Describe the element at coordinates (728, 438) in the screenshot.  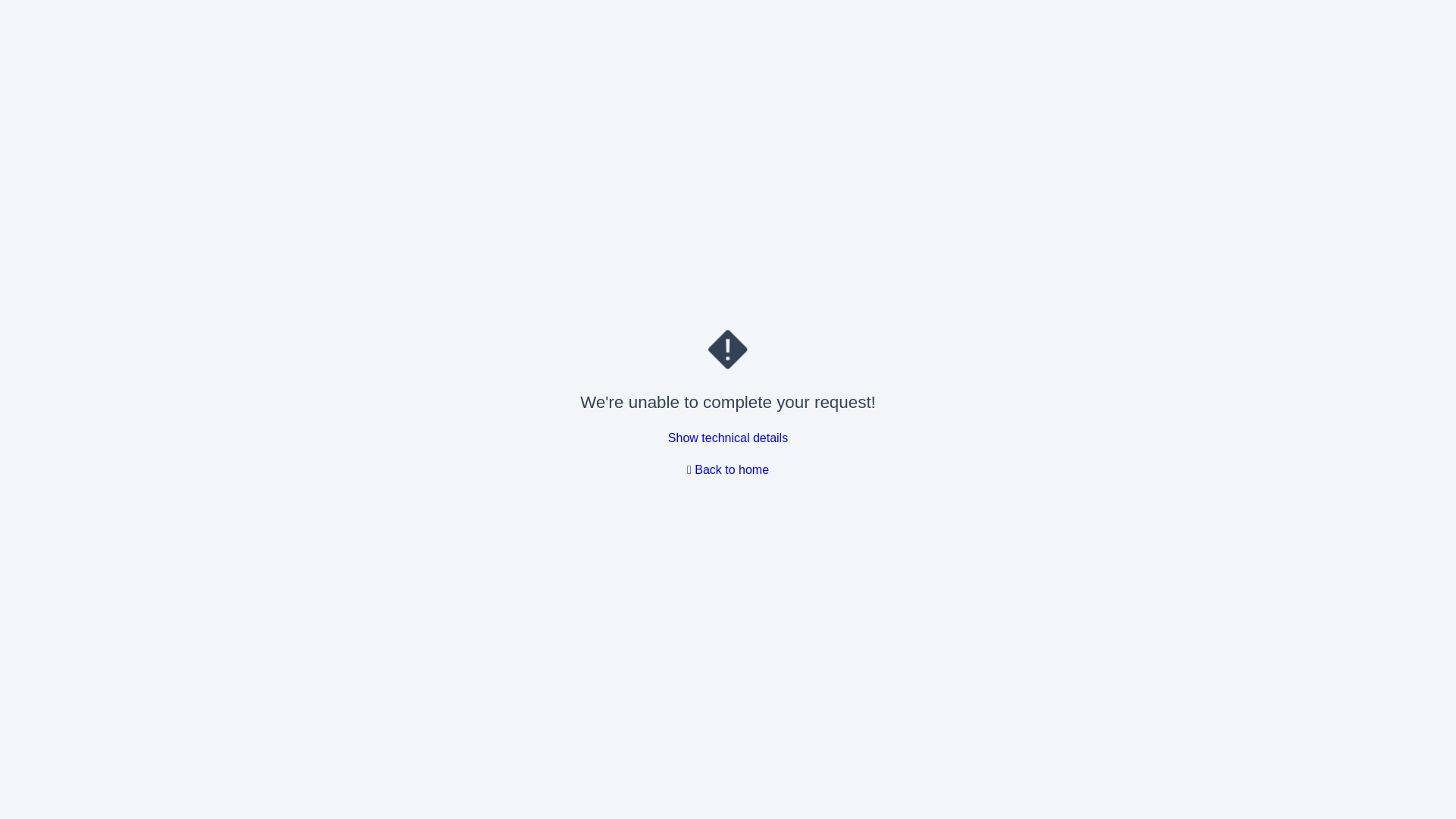
I see `'Show technical details'` at that location.